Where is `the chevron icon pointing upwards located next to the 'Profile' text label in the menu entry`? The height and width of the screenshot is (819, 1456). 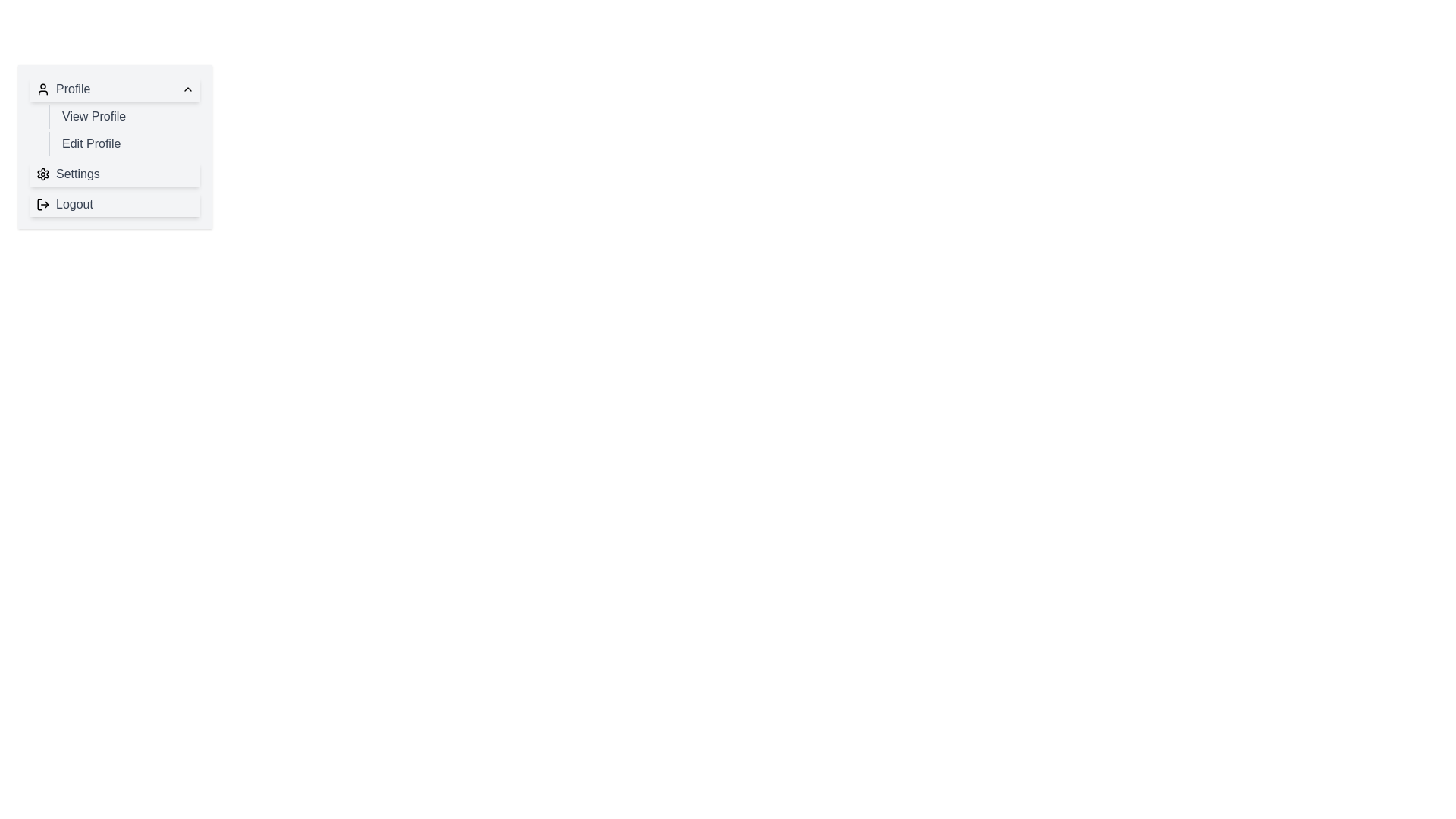
the chevron icon pointing upwards located next to the 'Profile' text label in the menu entry is located at coordinates (187, 89).